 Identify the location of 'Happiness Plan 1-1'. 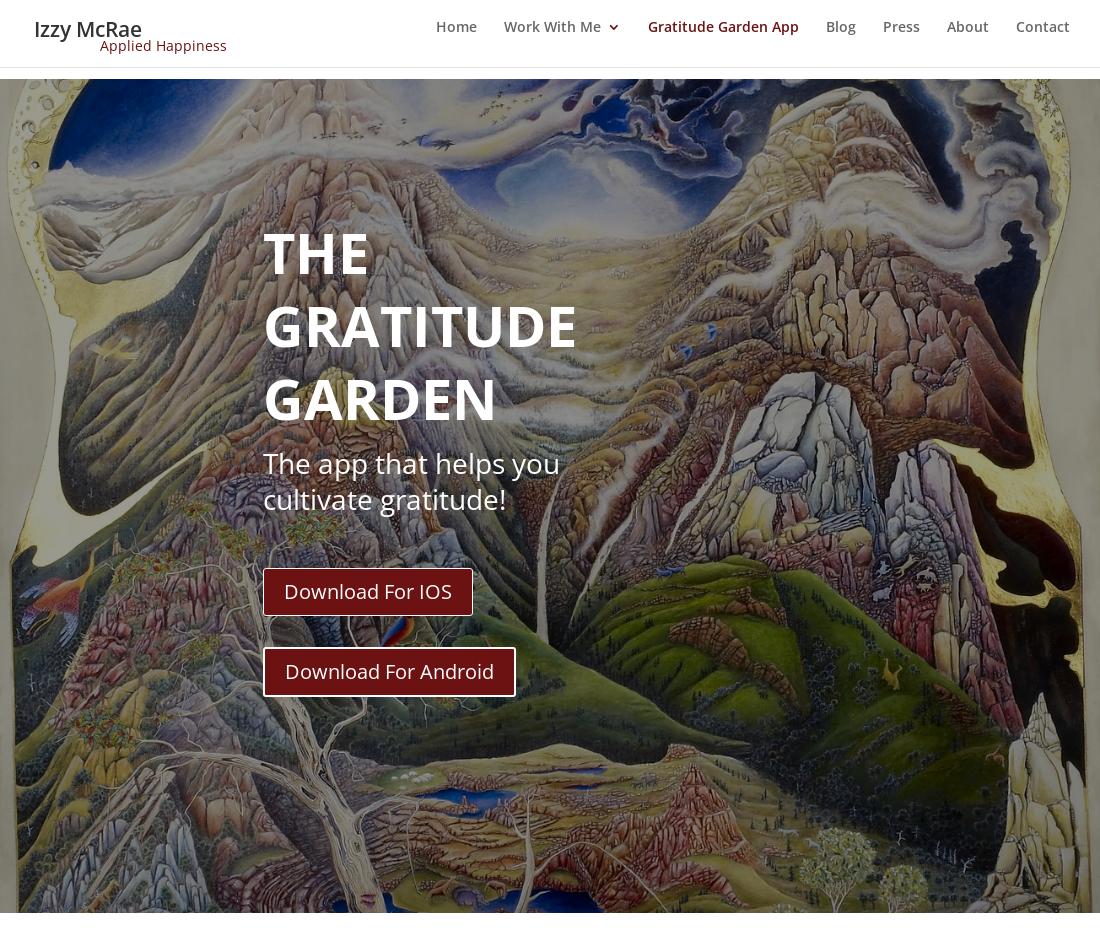
(608, 121).